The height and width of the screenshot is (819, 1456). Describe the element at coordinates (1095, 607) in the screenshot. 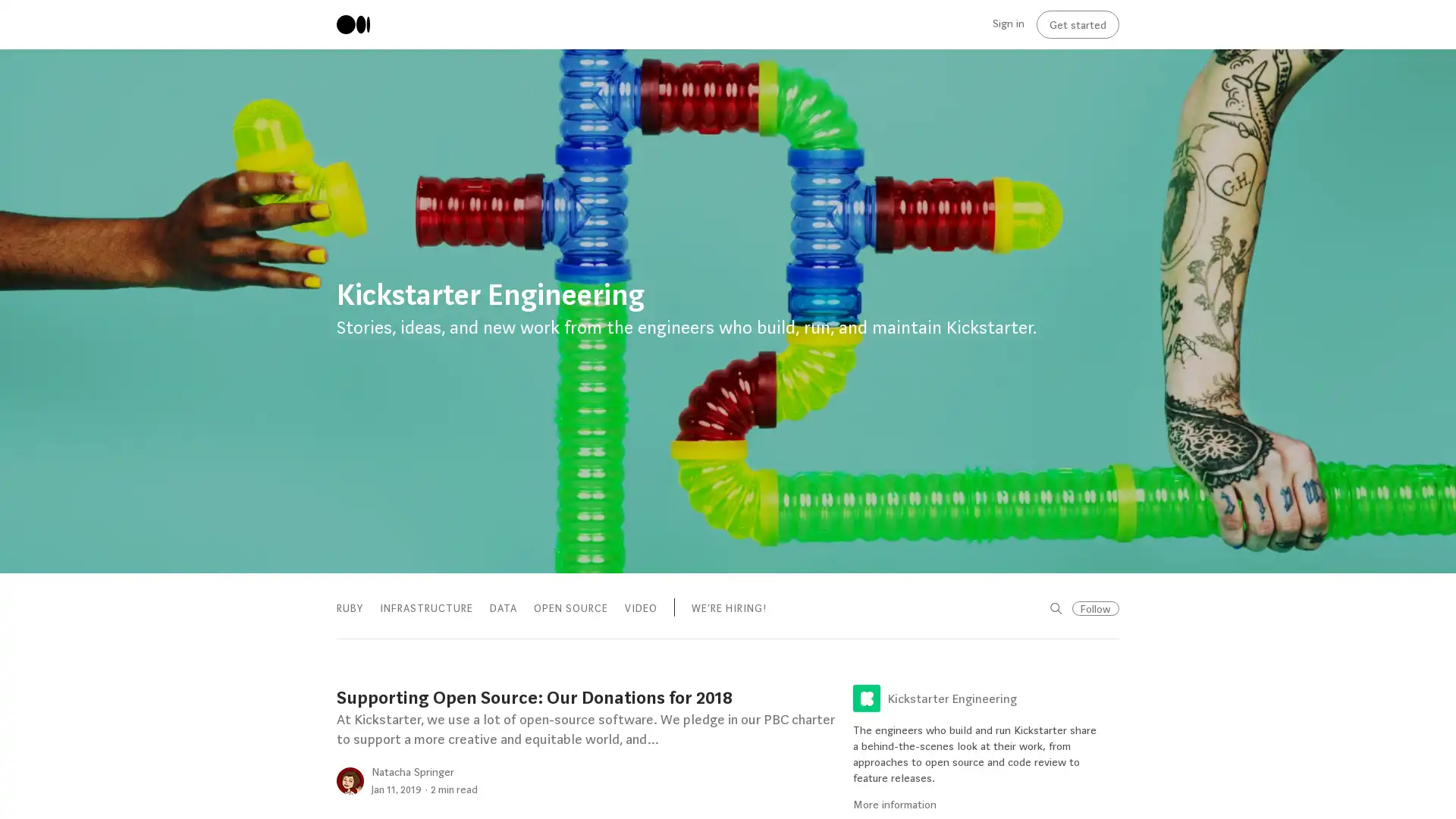

I see `Follow` at that location.